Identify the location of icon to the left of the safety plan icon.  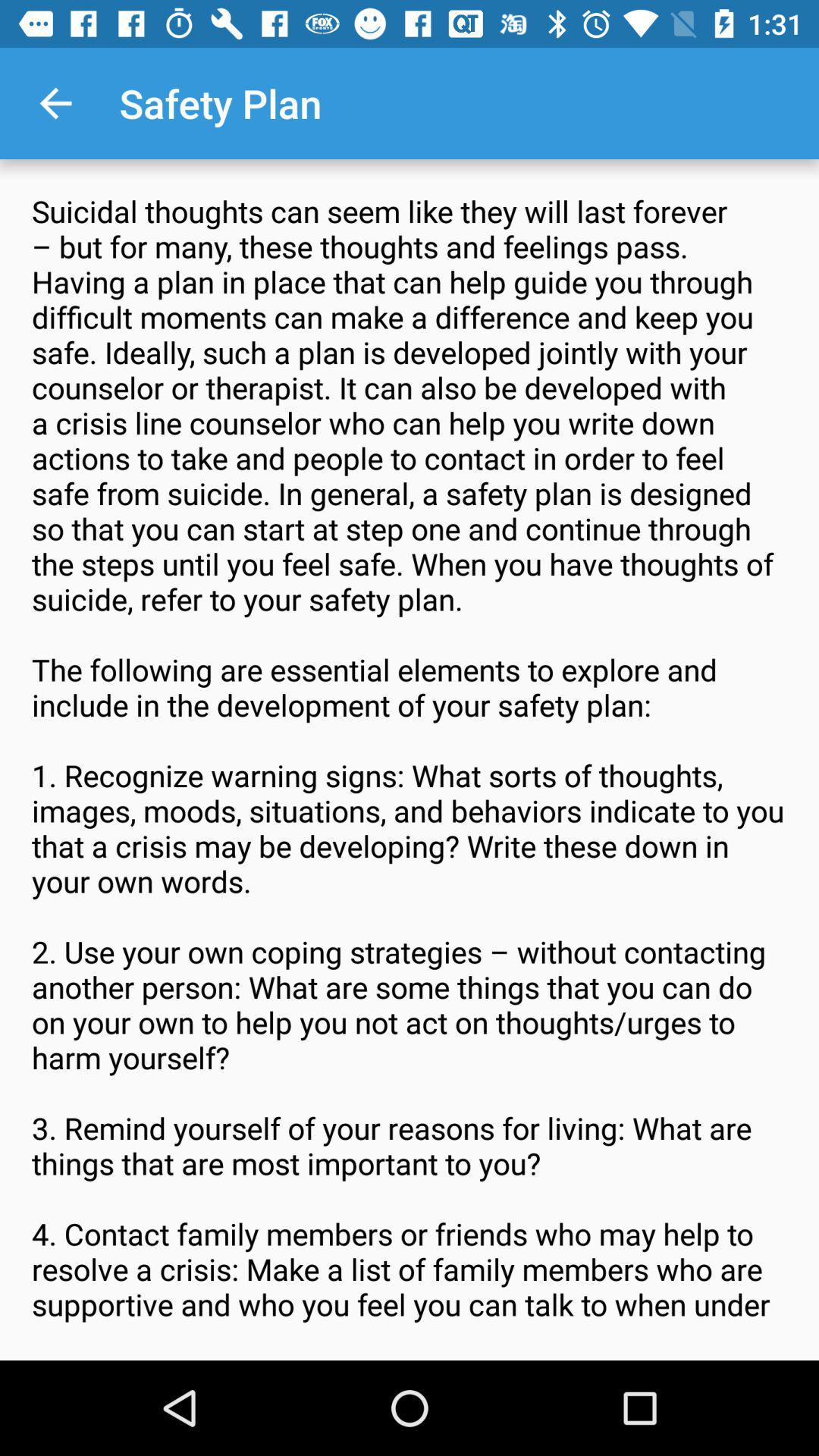
(55, 102).